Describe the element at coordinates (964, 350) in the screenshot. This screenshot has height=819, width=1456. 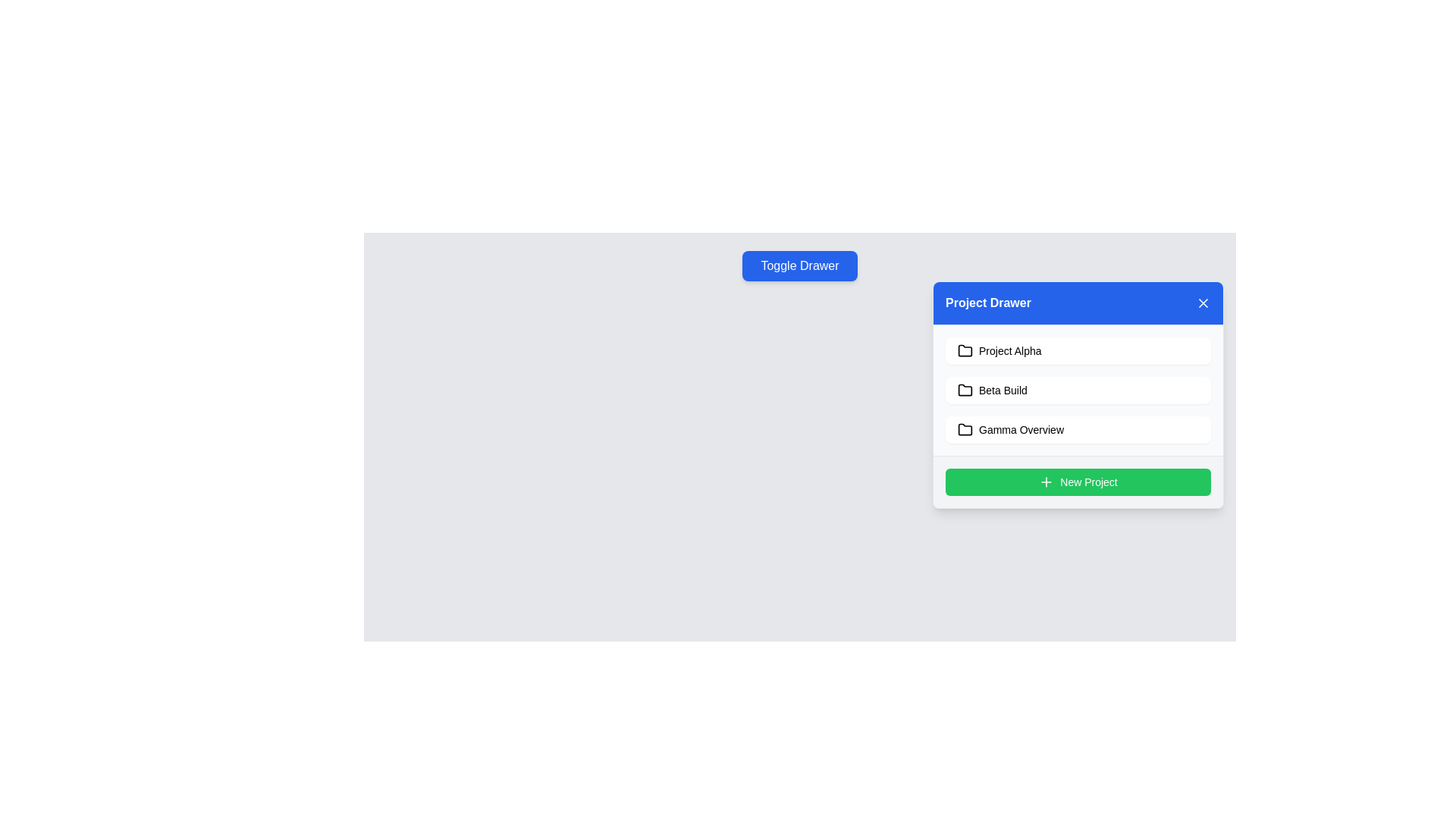
I see `the folder icon located in the 'Project Drawer' which is the first icon to the left of the 'Project Alpha' text` at that location.